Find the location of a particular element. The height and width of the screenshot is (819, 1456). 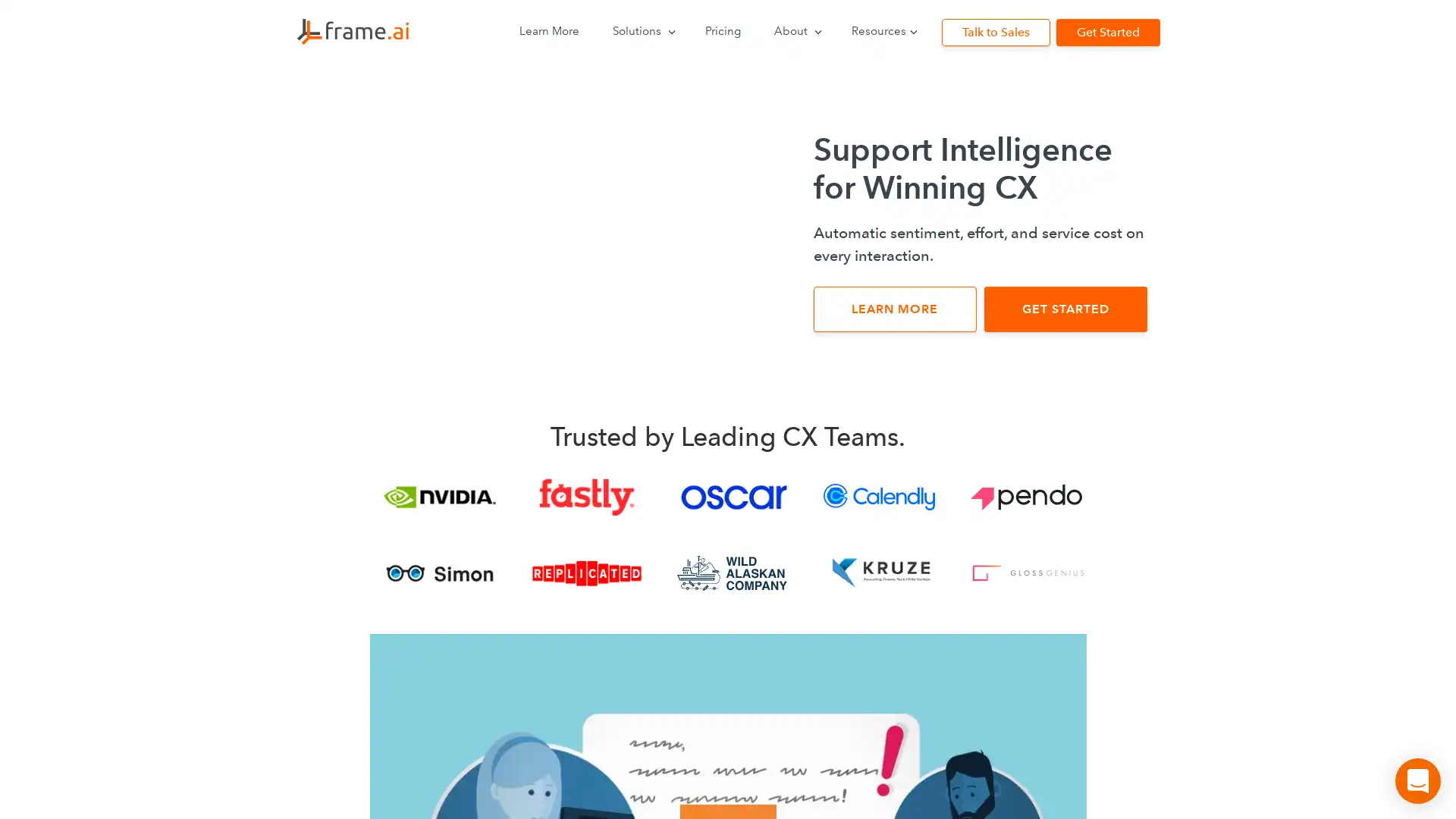

LEARN MORE is located at coordinates (894, 309).